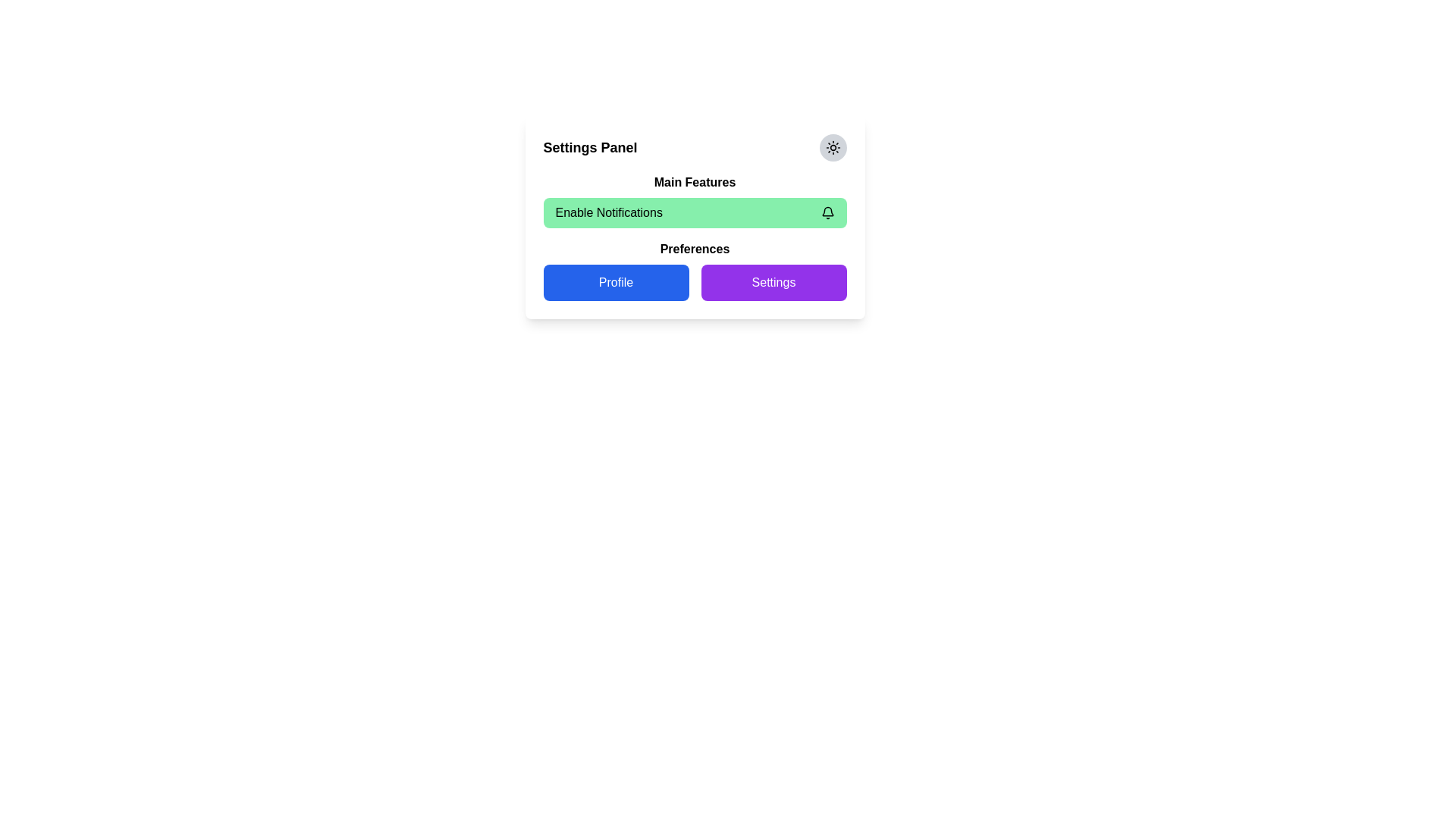 The height and width of the screenshot is (819, 1456). Describe the element at coordinates (827, 212) in the screenshot. I see `the bell-shaped notification icon located on the right side of the 'Enable Notifications' section in the settings panel` at that location.